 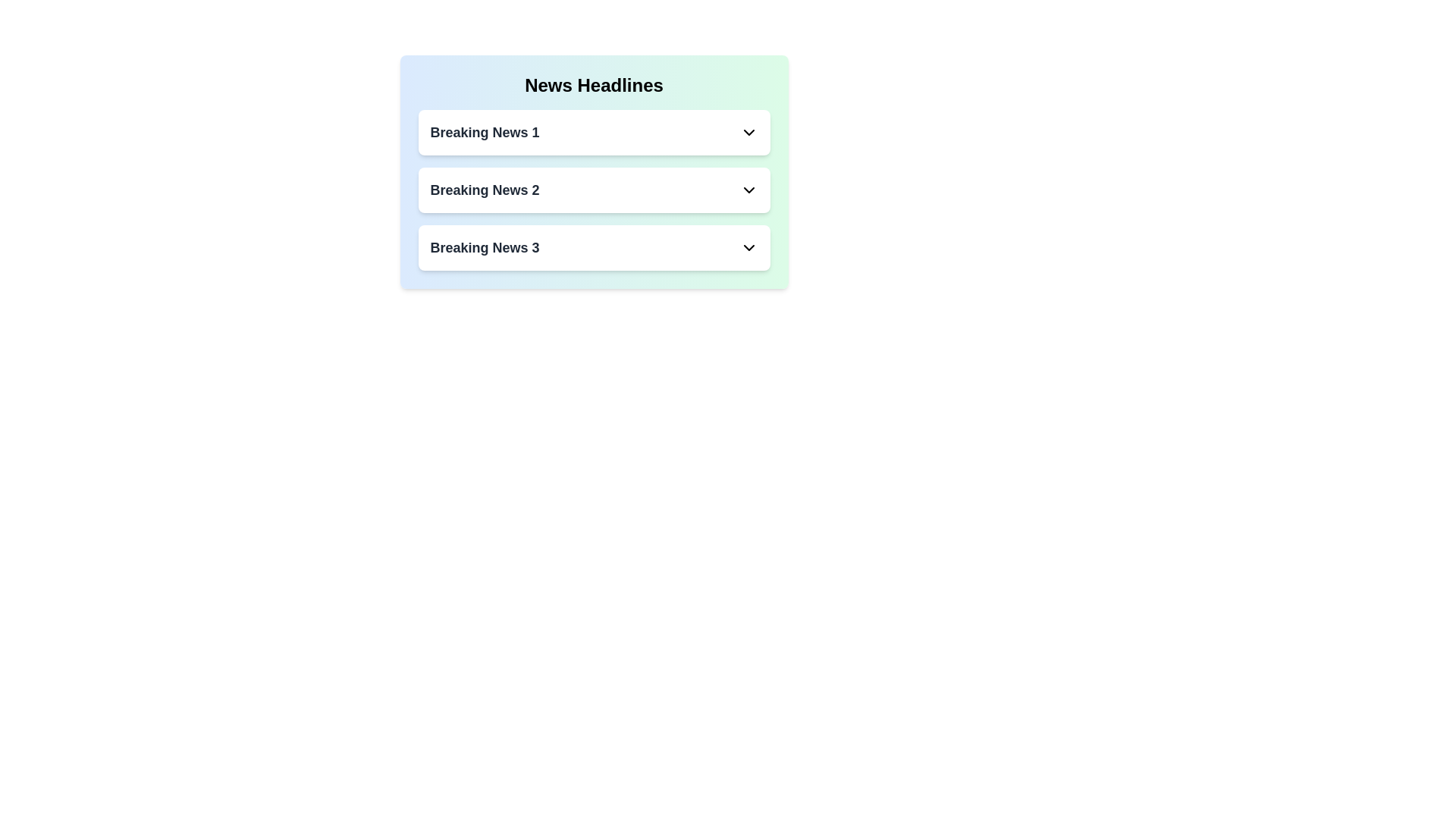 What do you see at coordinates (748, 131) in the screenshot?
I see `the dropdown icon for Breaking News 1 to toggle its view` at bounding box center [748, 131].